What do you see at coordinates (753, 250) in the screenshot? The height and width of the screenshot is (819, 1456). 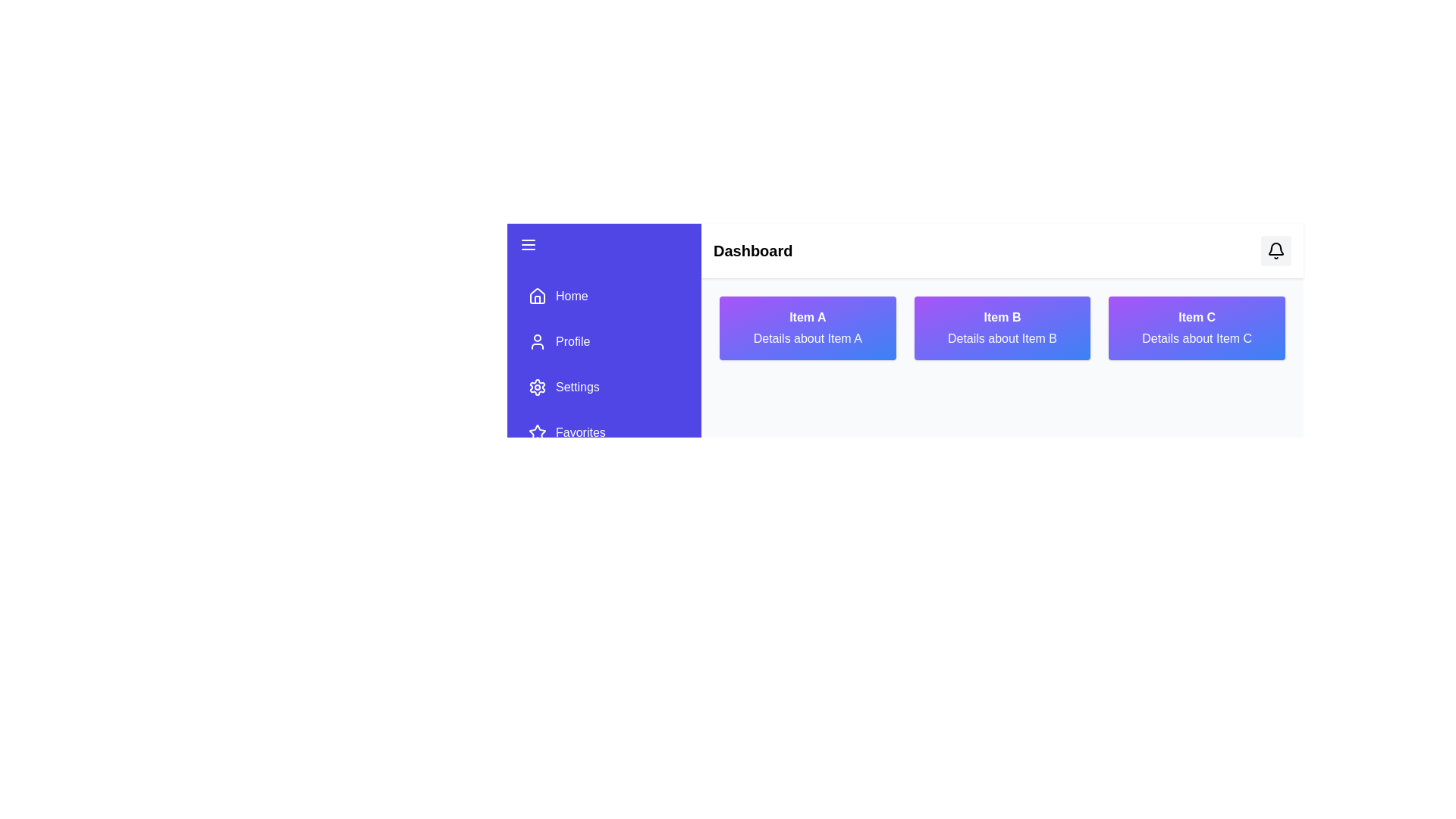 I see `the 'Dashboard' text label, which is a prominent element in the header area of the interface, displayed in bold and large font` at bounding box center [753, 250].